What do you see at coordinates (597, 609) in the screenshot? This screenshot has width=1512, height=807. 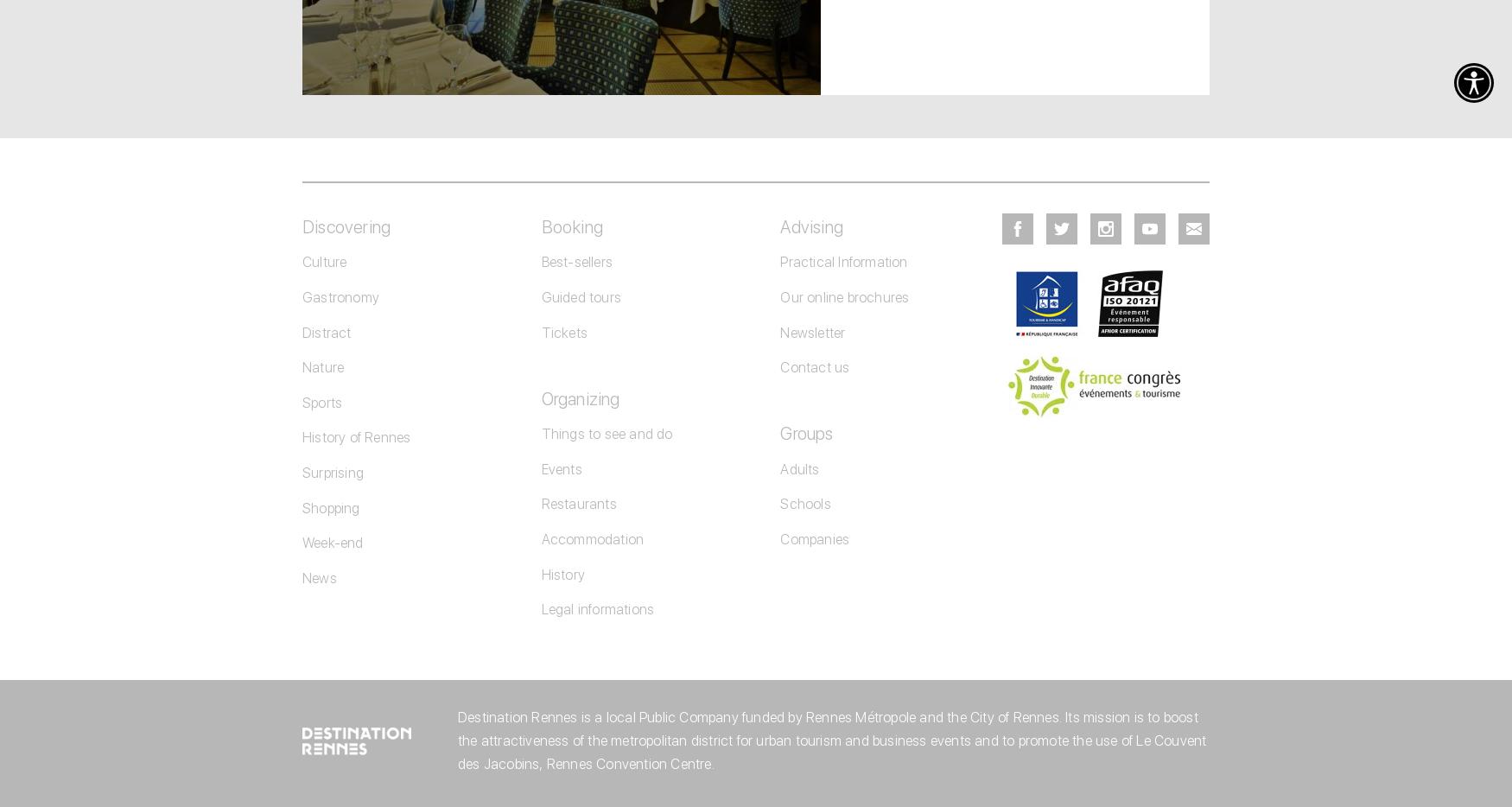 I see `'Legal informations'` at bounding box center [597, 609].